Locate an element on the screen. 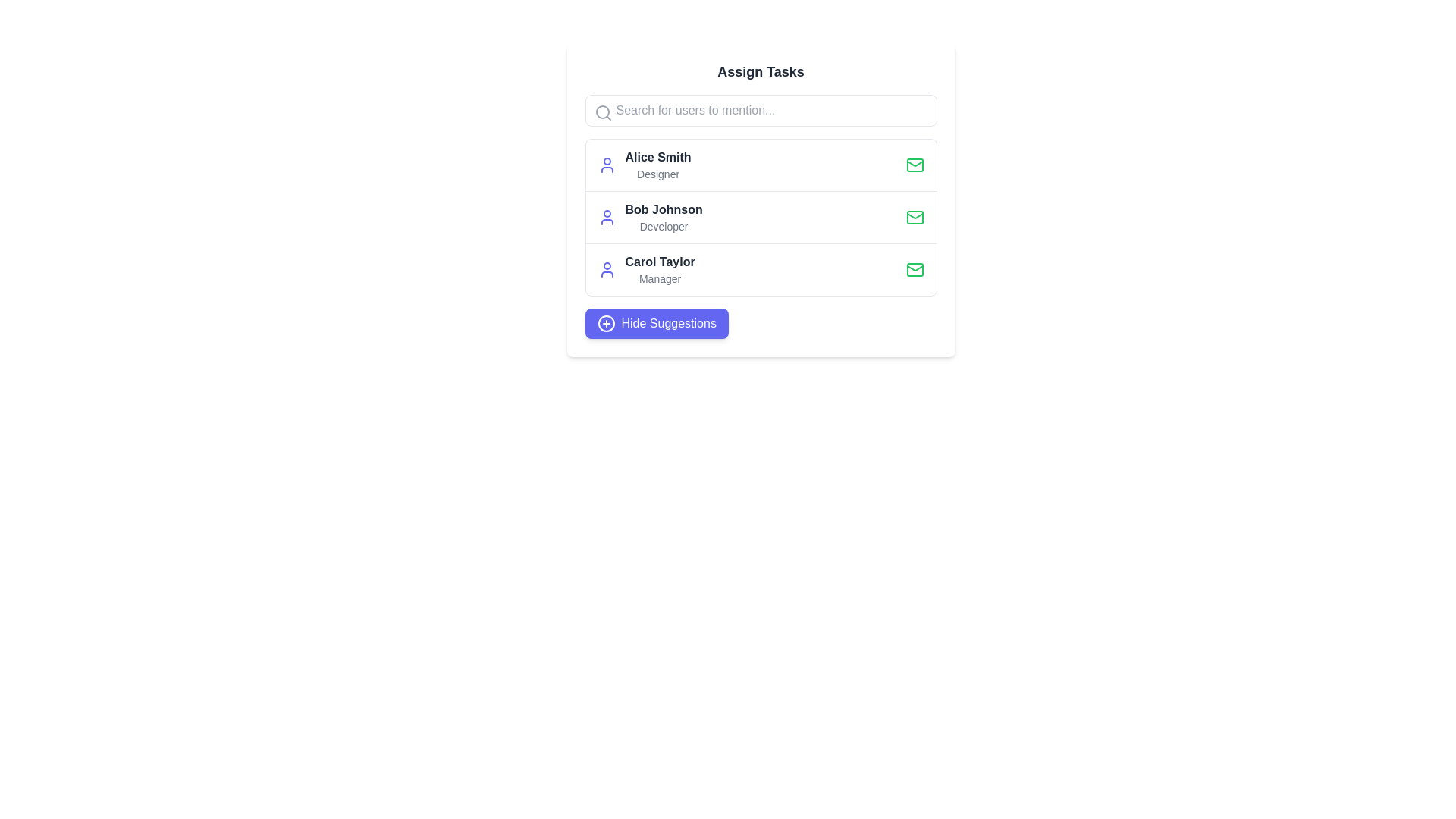  the circular icon embedded in the 'Hide Suggestions' button, which is located at the bottom of the task assignment interface and features a prominent purple background with white text is located at coordinates (605, 323).